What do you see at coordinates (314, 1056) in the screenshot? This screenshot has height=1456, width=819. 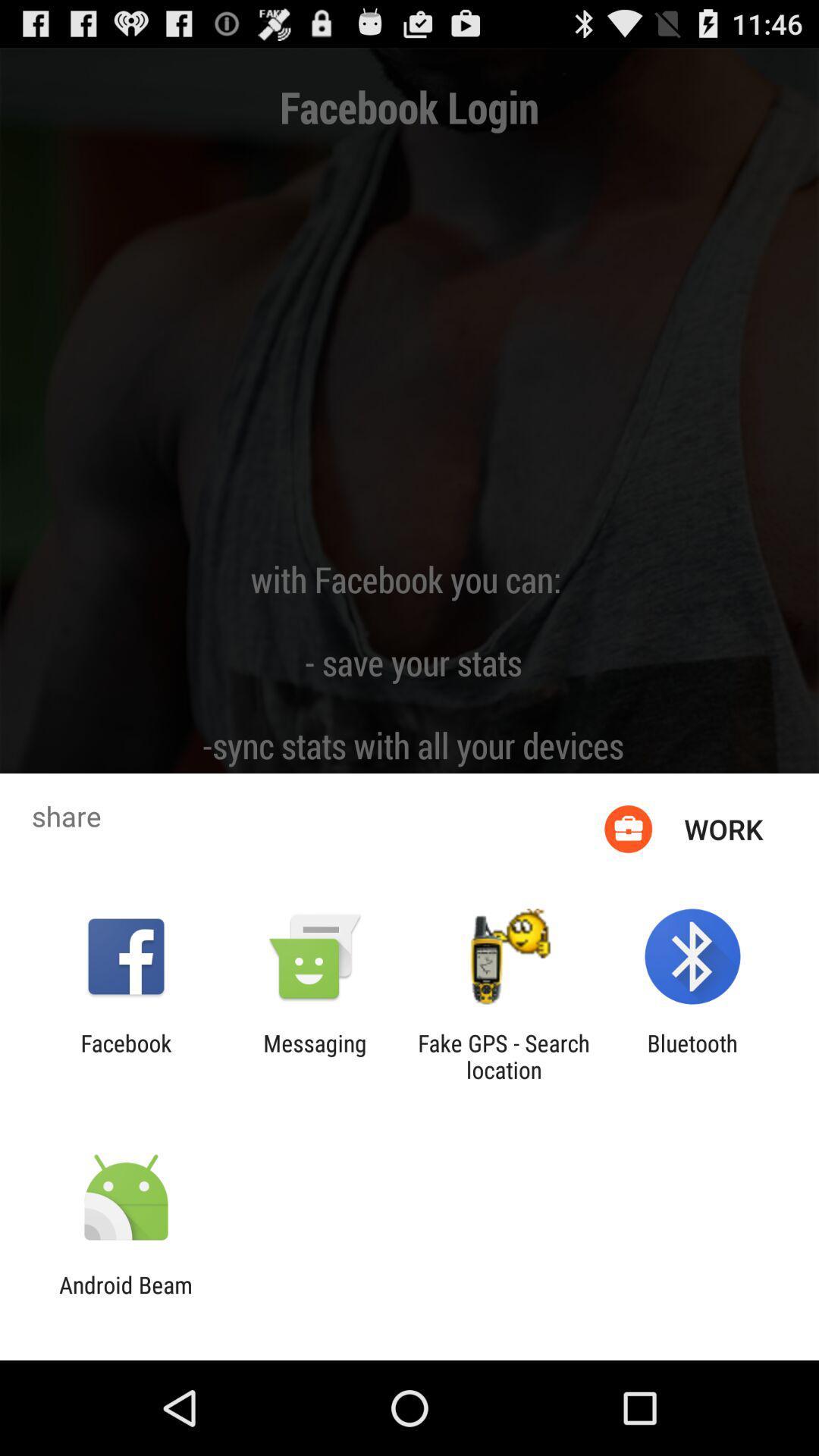 I see `app to the right of facebook app` at bounding box center [314, 1056].